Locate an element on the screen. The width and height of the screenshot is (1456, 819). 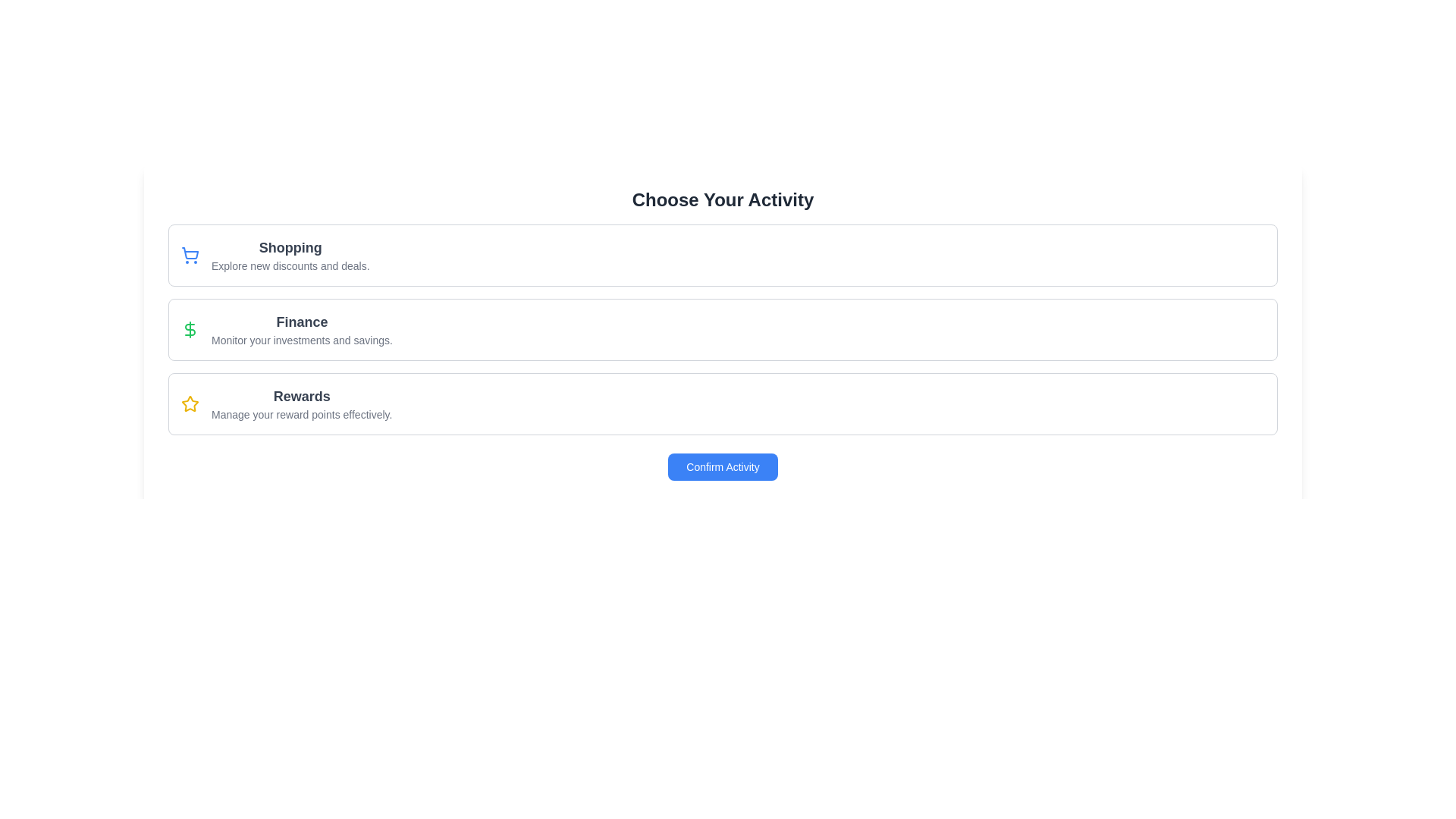
the confirmation button located at the bottom of the options list to confirm the selected activity is located at coordinates (722, 466).